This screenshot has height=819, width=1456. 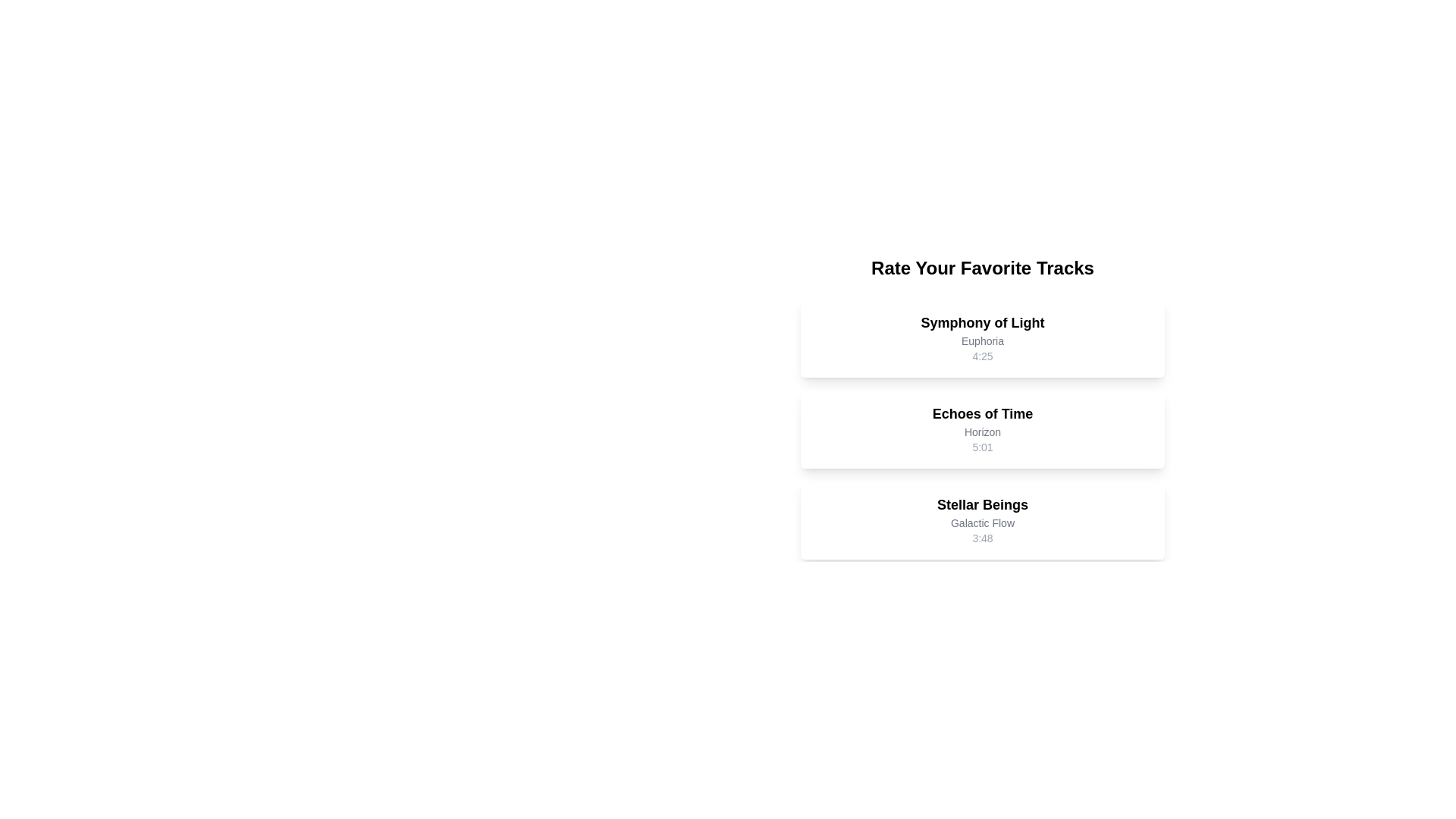 What do you see at coordinates (983, 432) in the screenshot?
I see `the static text label that serves as a subheading for the track 'Echoes of Time', positioned below the title and above the duration text '5:01'` at bounding box center [983, 432].